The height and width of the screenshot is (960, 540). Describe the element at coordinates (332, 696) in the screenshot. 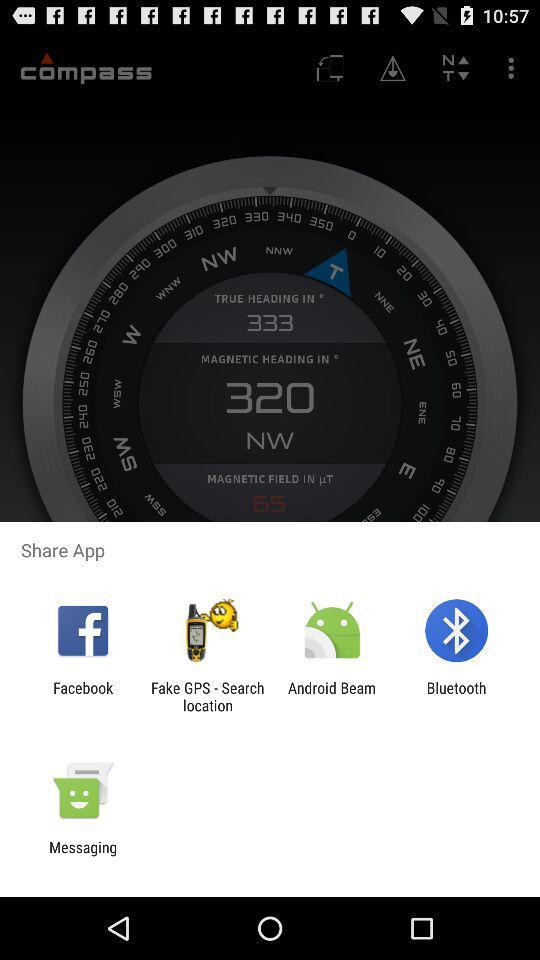

I see `the icon to the left of the bluetooth` at that location.